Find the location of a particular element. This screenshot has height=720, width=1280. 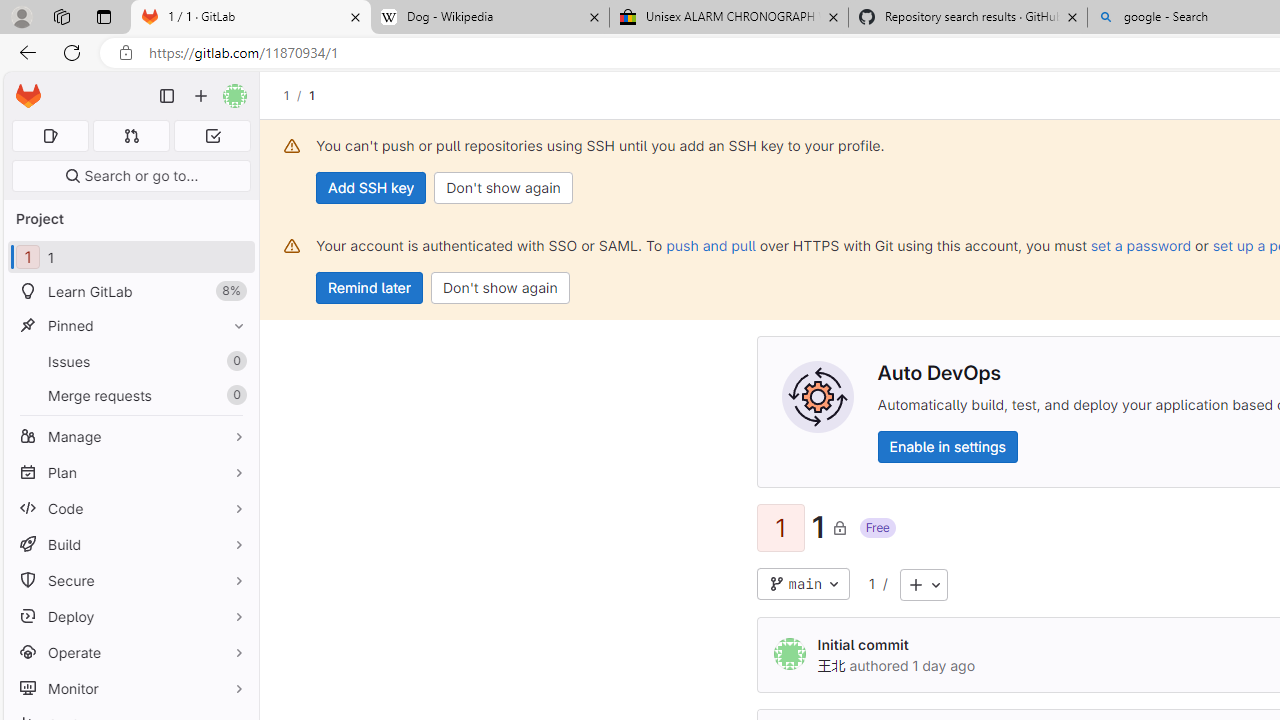

'Build' is located at coordinates (130, 544).